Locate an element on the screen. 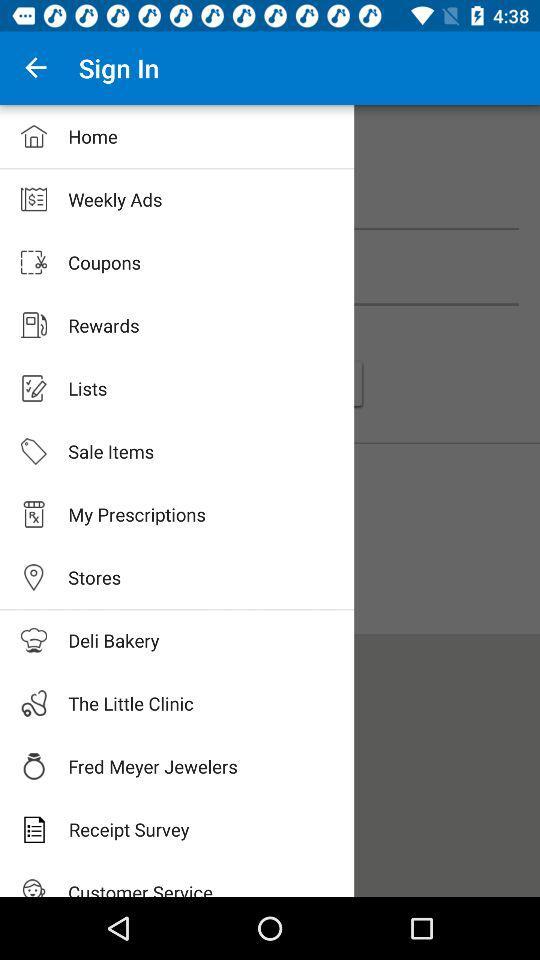 The width and height of the screenshot is (540, 960). stores is located at coordinates (112, 576).